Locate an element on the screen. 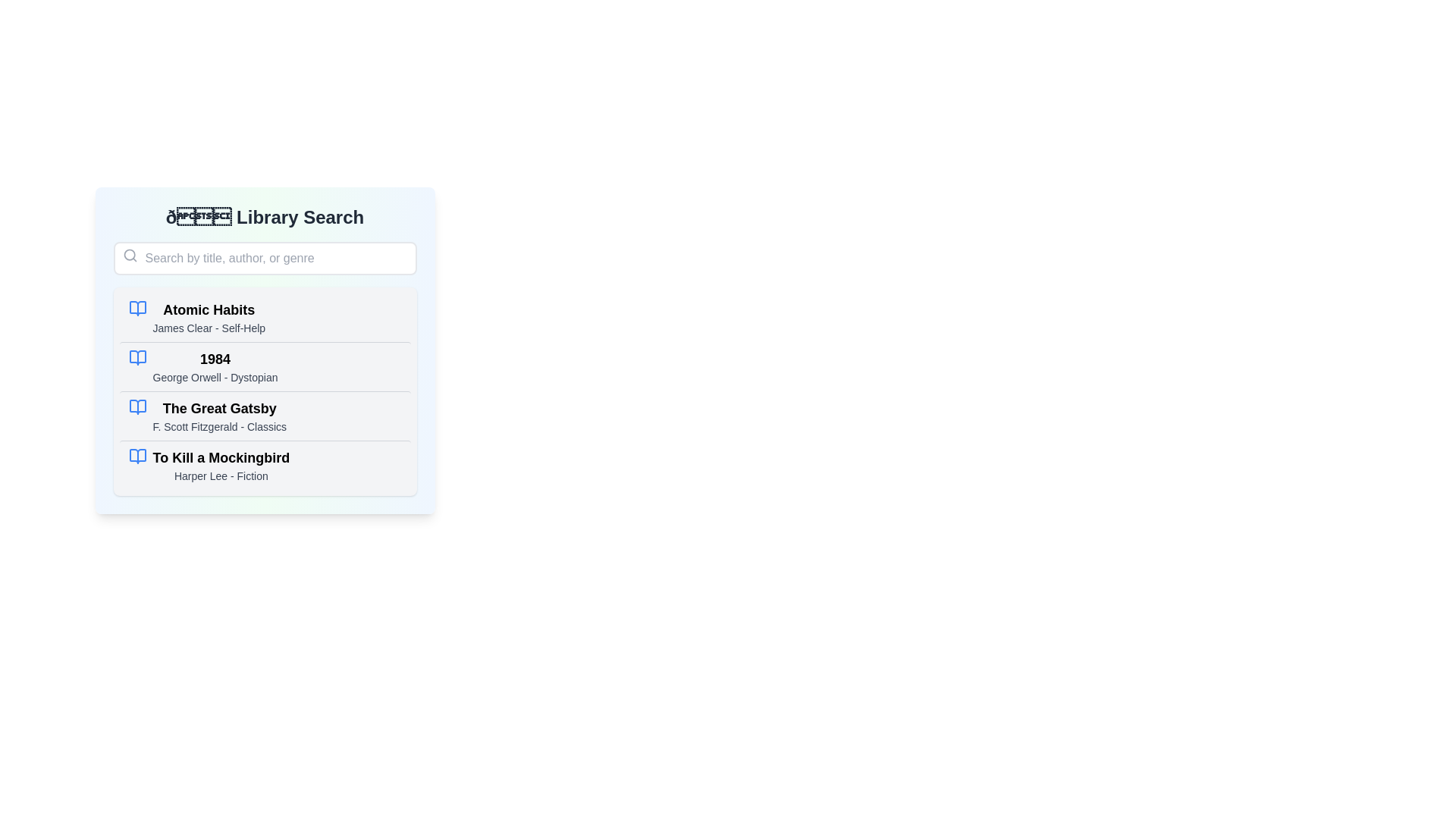  the text display component showing book details for '1984' by George Orwell is located at coordinates (214, 366).